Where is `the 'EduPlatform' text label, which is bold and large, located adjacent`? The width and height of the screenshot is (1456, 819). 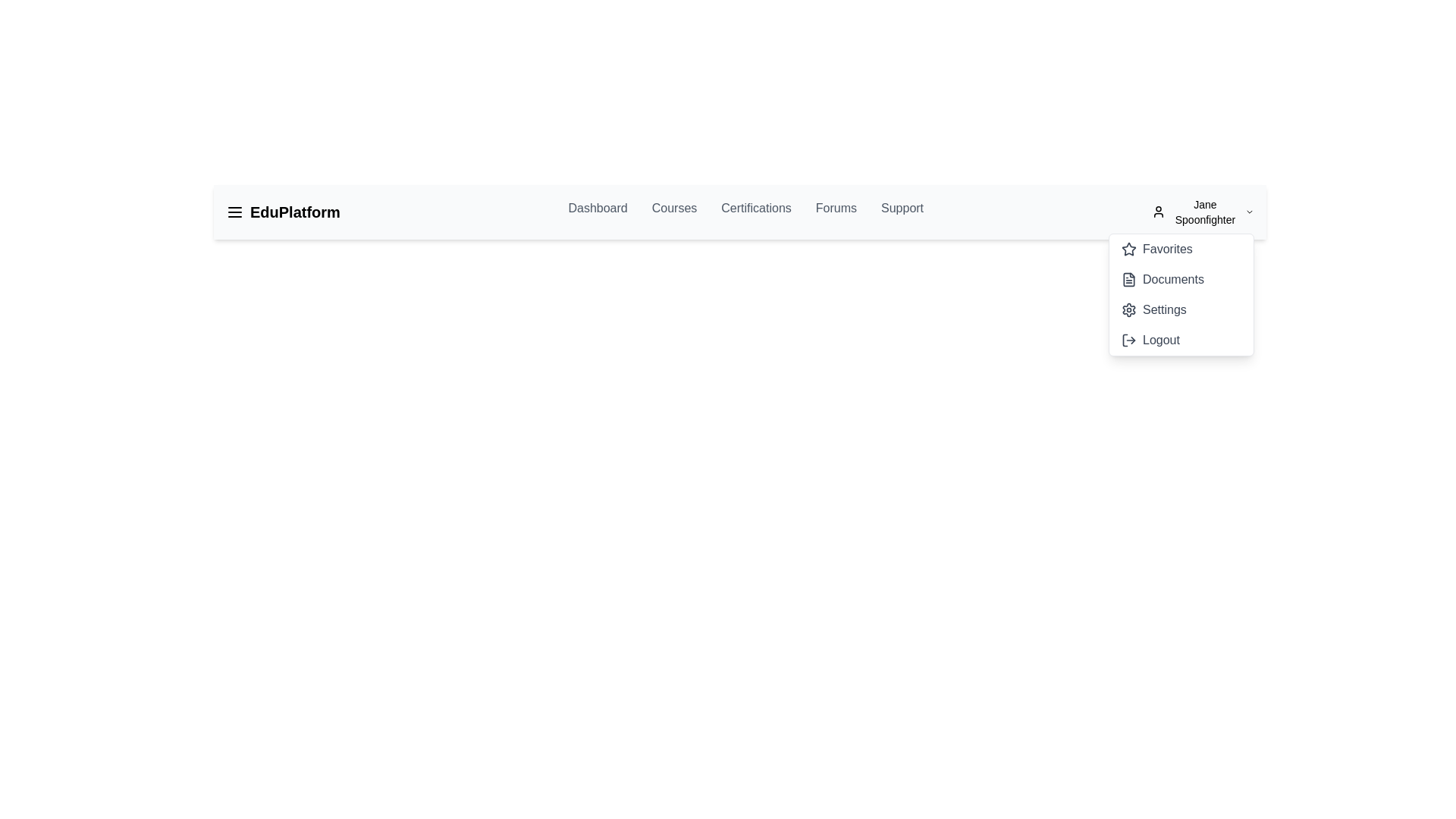 the 'EduPlatform' text label, which is bold and large, located adjacent is located at coordinates (283, 212).